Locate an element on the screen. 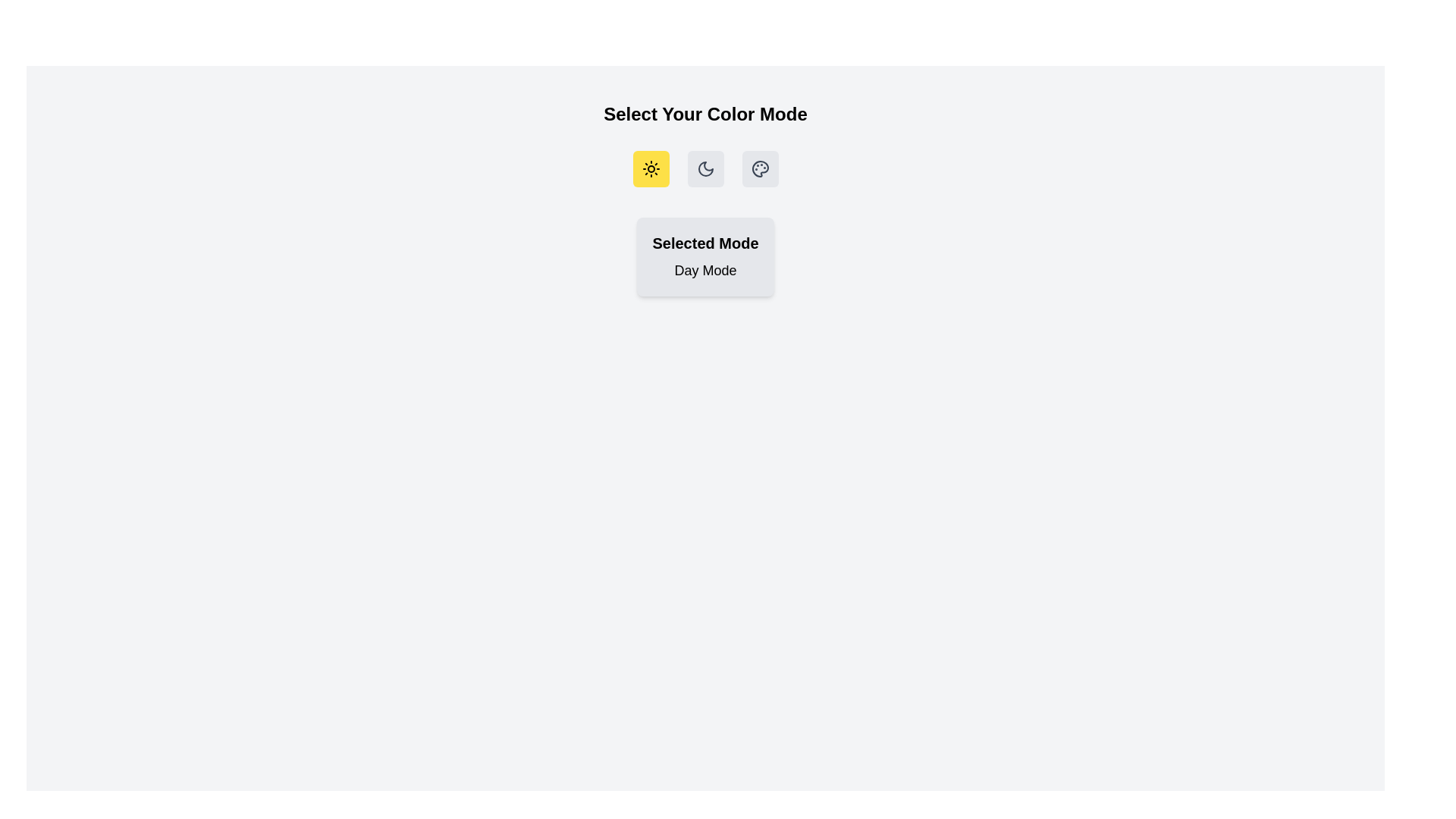 The width and height of the screenshot is (1456, 819). the 'Night Mode' button to select it is located at coordinates (704, 169).